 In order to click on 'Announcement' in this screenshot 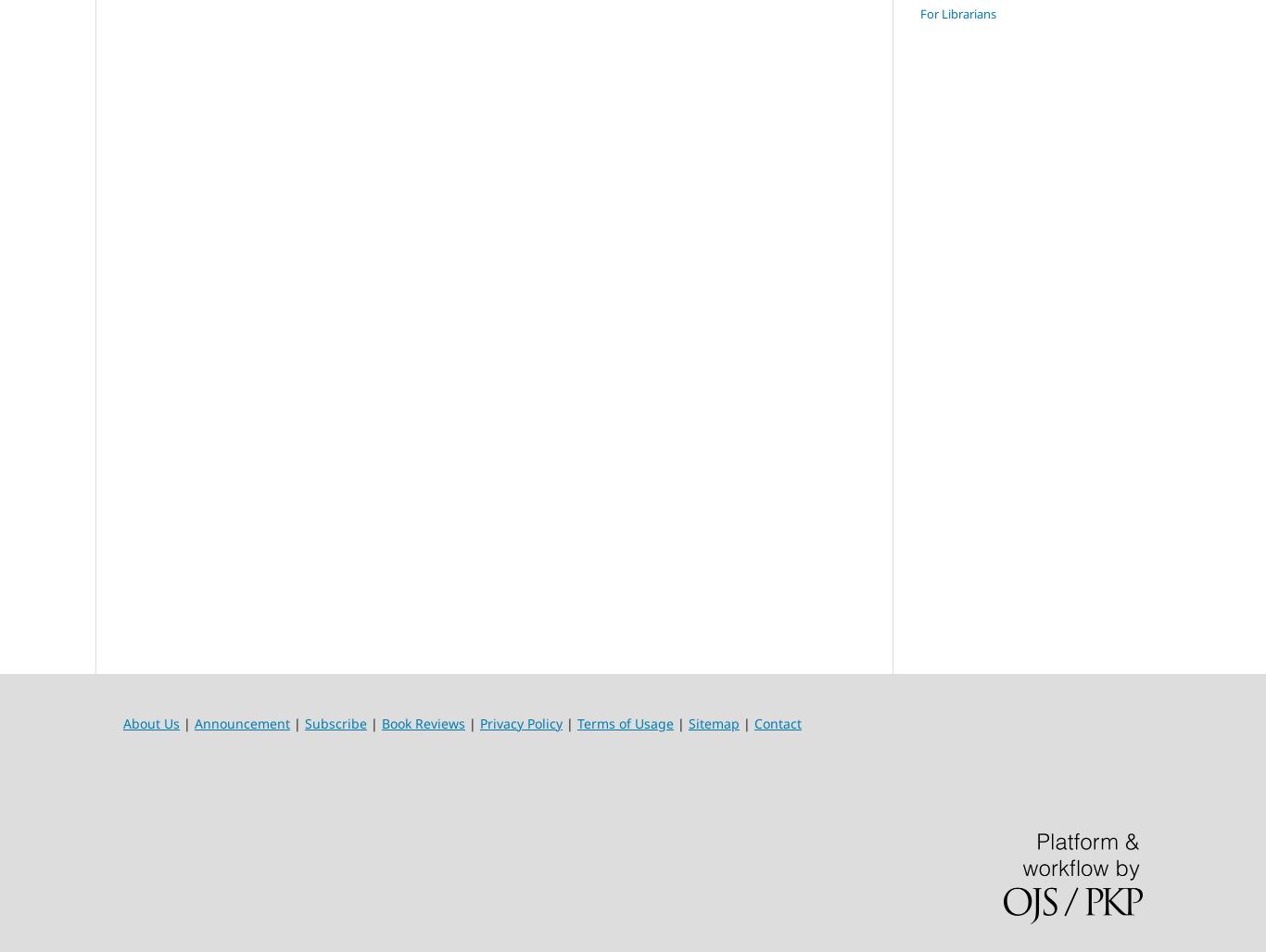, I will do `click(193, 722)`.